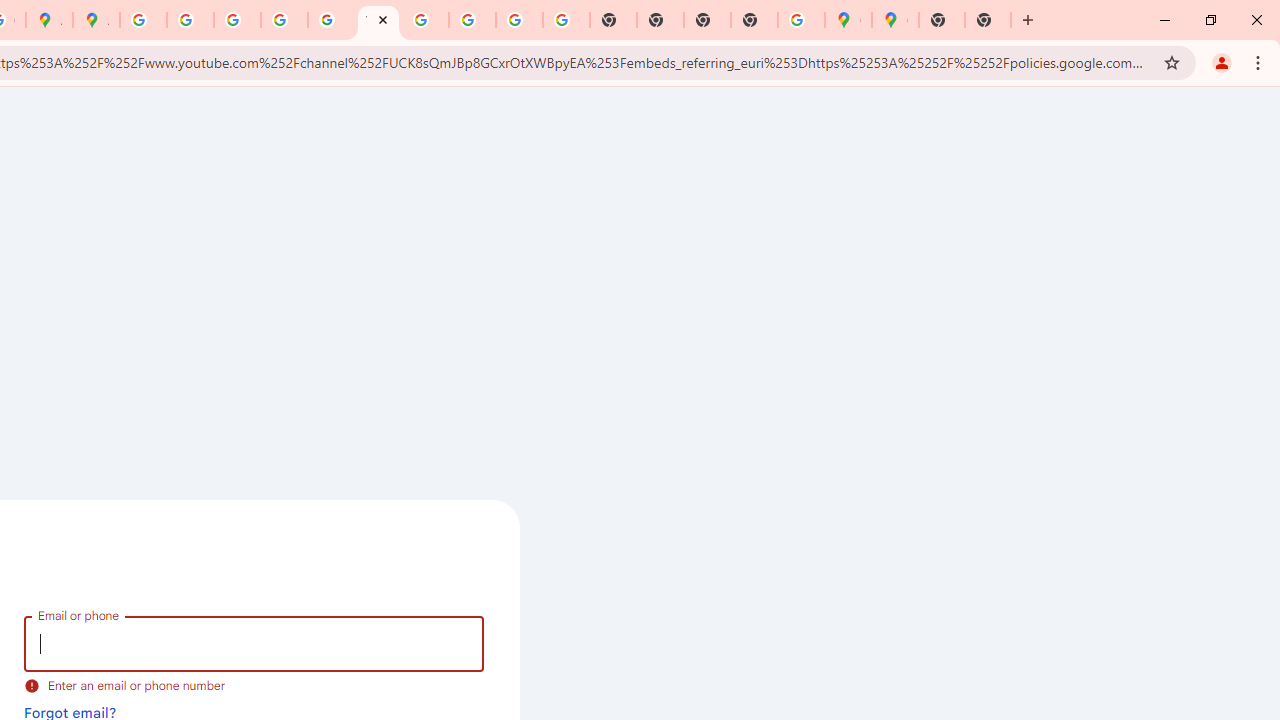 The image size is (1280, 720). What do you see at coordinates (894, 20) in the screenshot?
I see `'Google Maps'` at bounding box center [894, 20].